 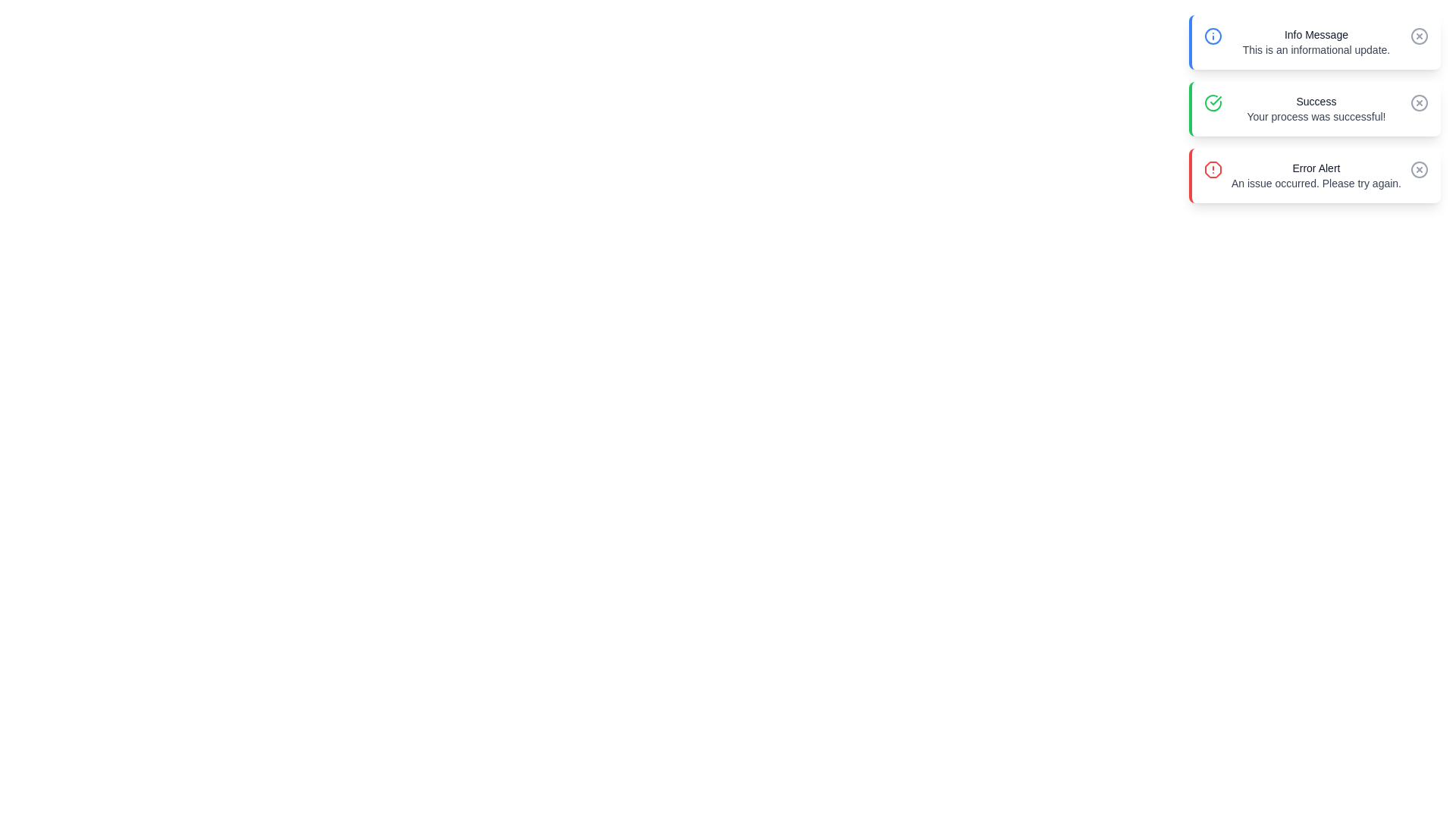 I want to click on the 'Info Message' text label, which is displayed in a medium-sized, bold font with gray coloring, located at the top of a blue-highlighted informational message box, so click(x=1315, y=34).